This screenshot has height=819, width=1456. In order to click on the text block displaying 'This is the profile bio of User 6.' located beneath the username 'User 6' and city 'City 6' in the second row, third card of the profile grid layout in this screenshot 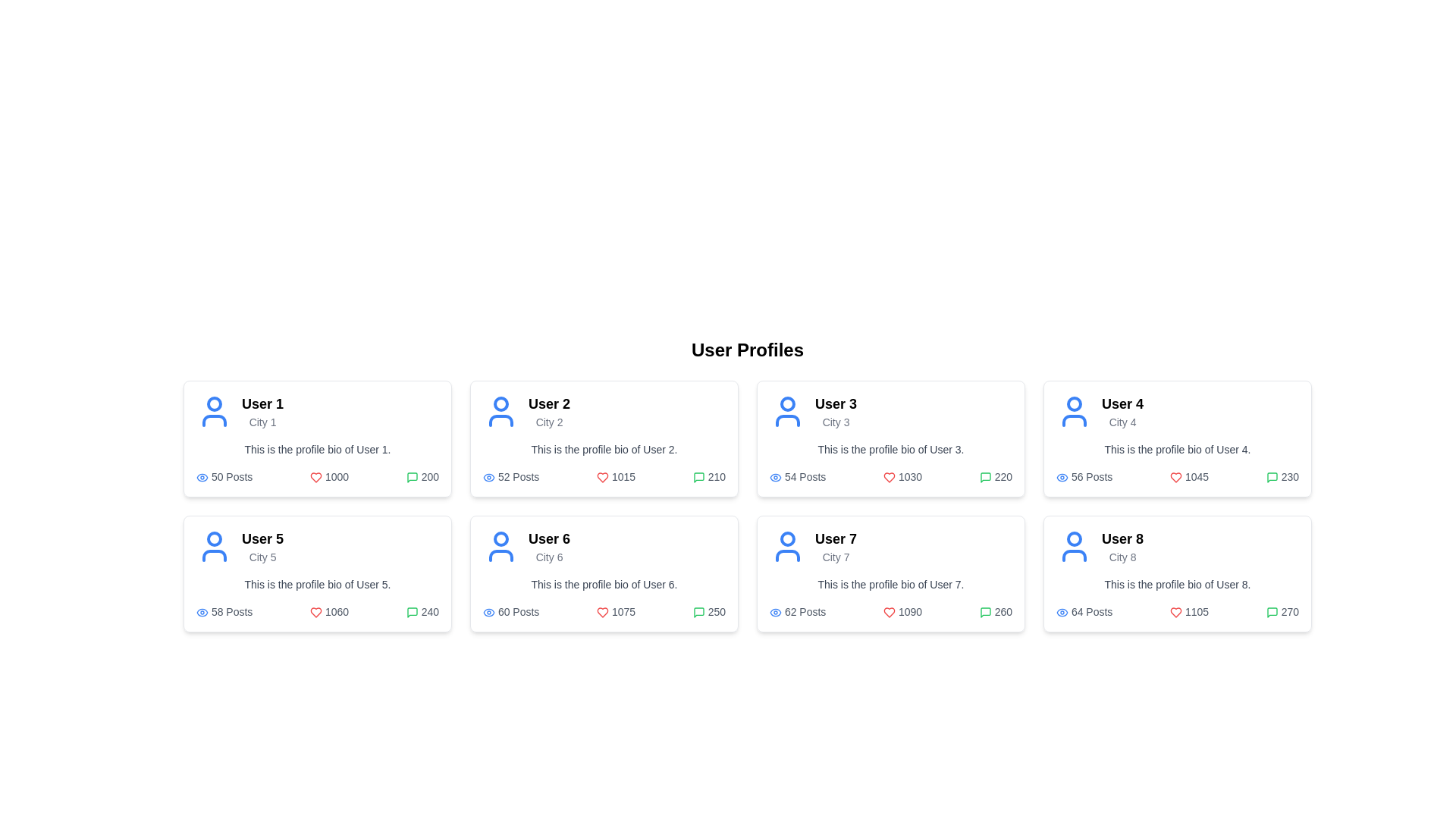, I will do `click(603, 584)`.